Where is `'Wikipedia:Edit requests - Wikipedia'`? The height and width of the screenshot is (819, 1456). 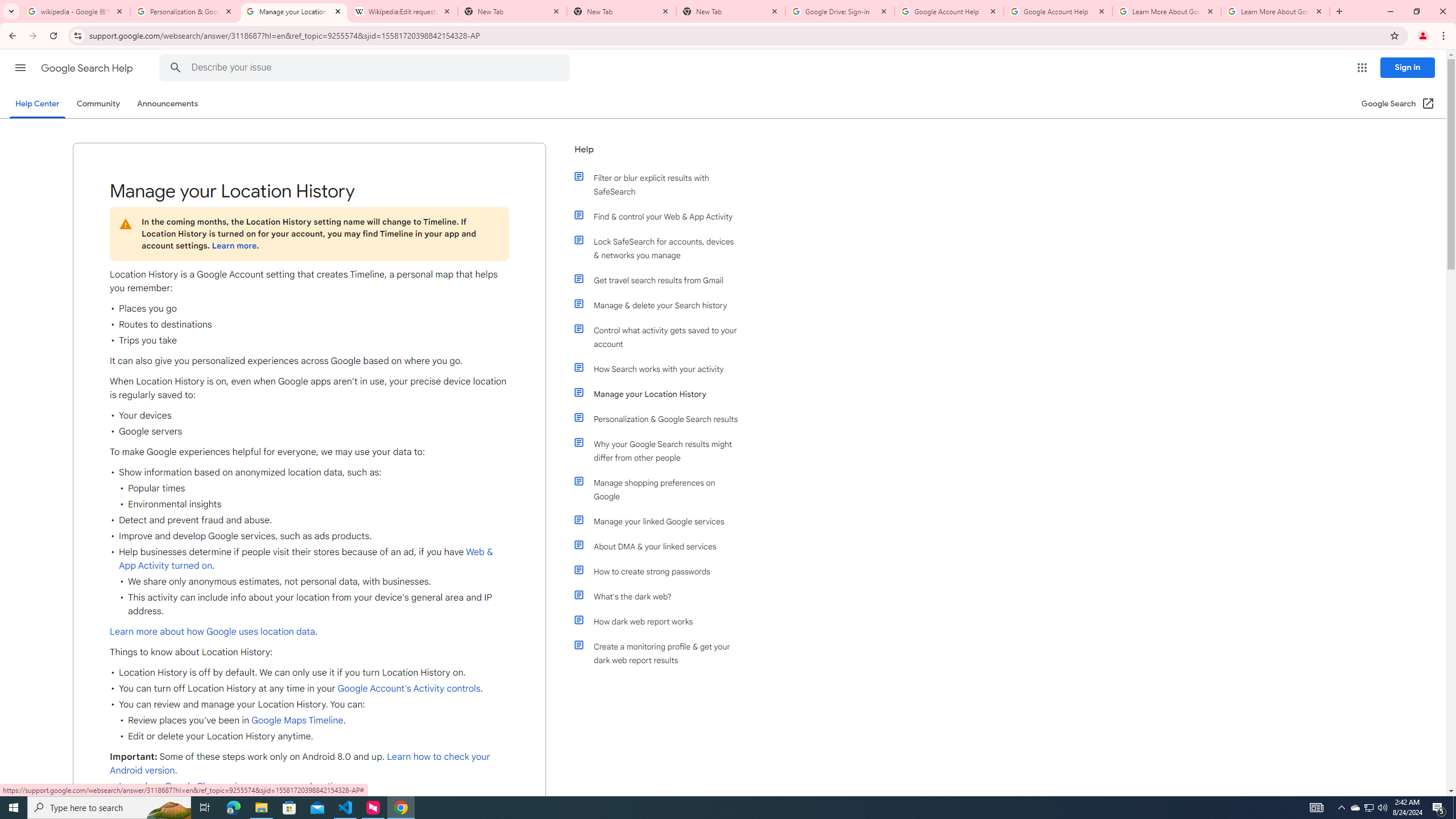 'Wikipedia:Edit requests - Wikipedia' is located at coordinates (403, 11).